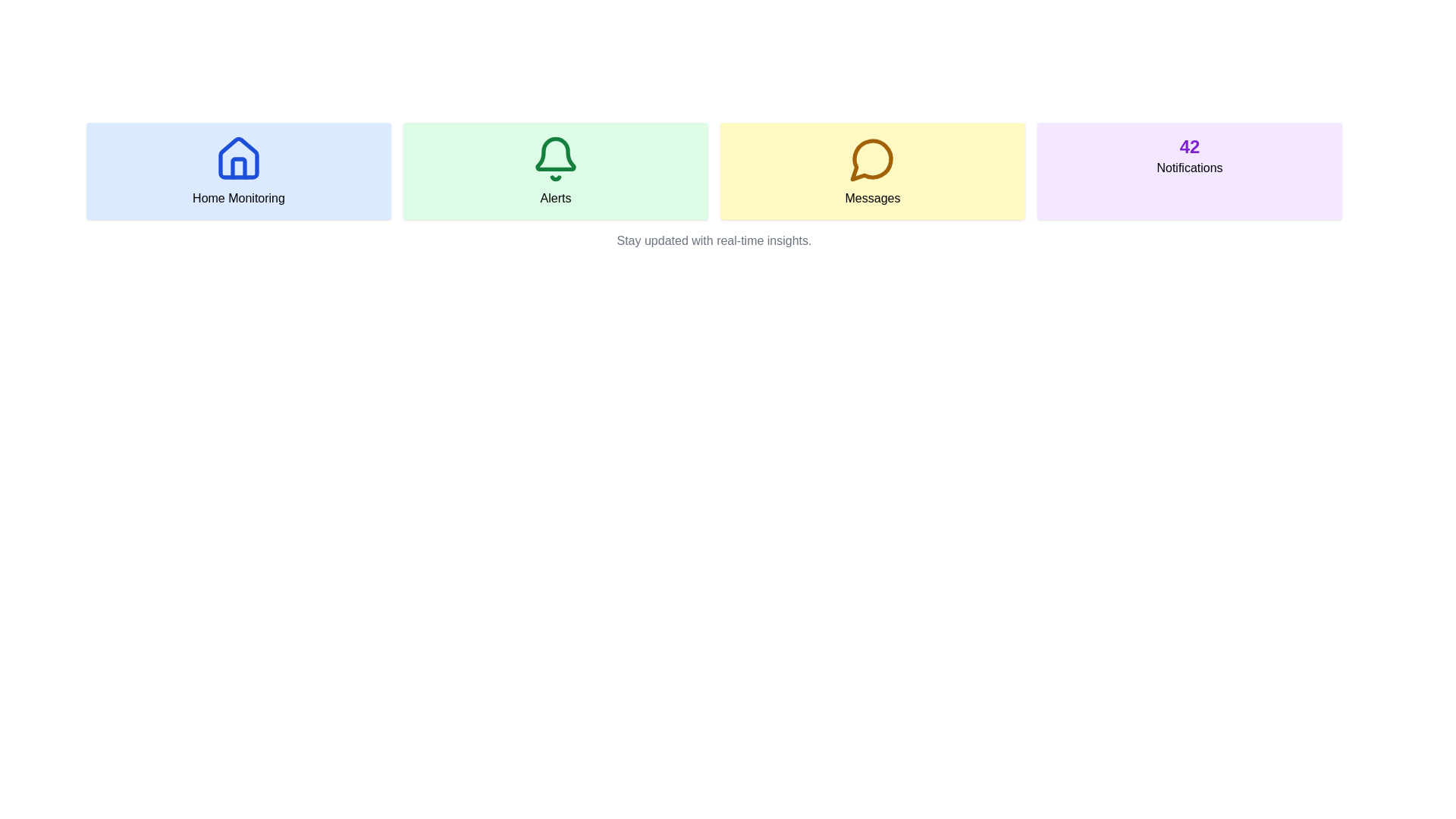 The image size is (1456, 819). Describe the element at coordinates (238, 171) in the screenshot. I see `the Informational card displaying a house icon and the text 'Home Monitoring', located at the top-left of the grid` at that location.